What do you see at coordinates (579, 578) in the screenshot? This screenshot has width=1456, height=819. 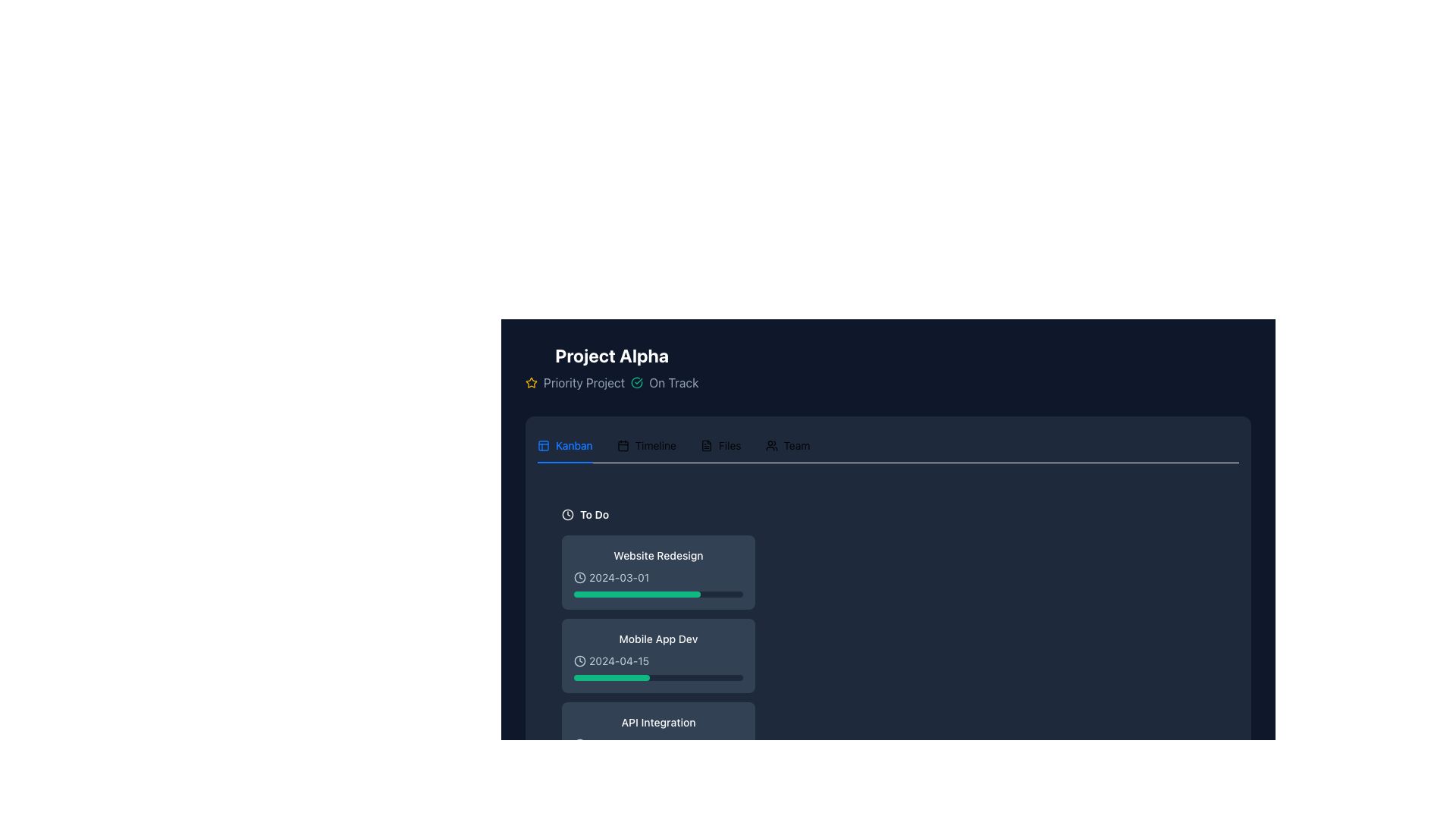 I see `the circular SVG element of the clock icon located in the 'To Do' section, near the date '2024-03-01'` at bounding box center [579, 578].